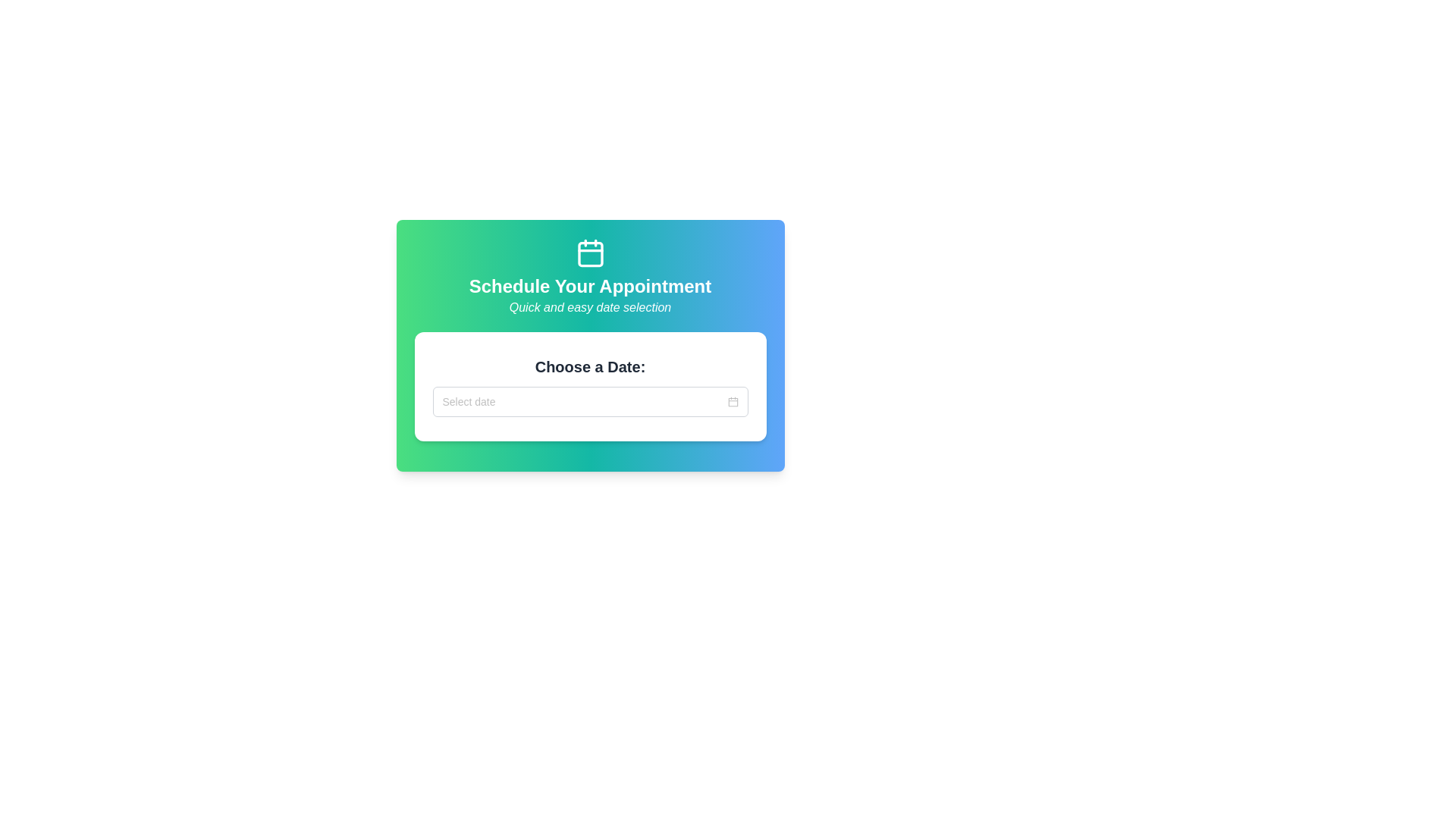 The image size is (1456, 819). Describe the element at coordinates (733, 400) in the screenshot. I see `the calendar icon located at the far right end of the date input field` at that location.